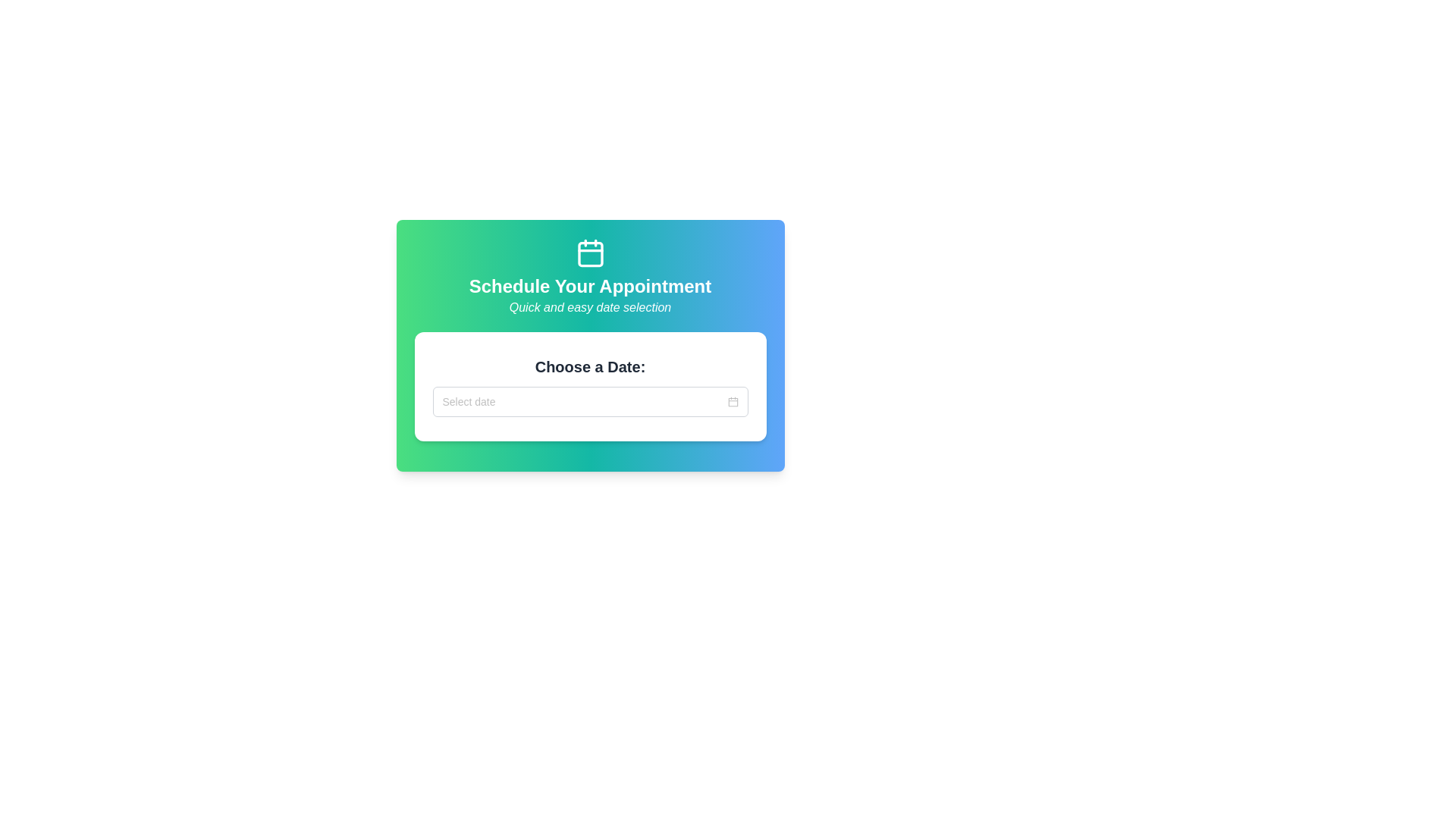 The image size is (1456, 819). Describe the element at coordinates (733, 400) in the screenshot. I see `the calendar icon located at the far right end of the date input field` at that location.